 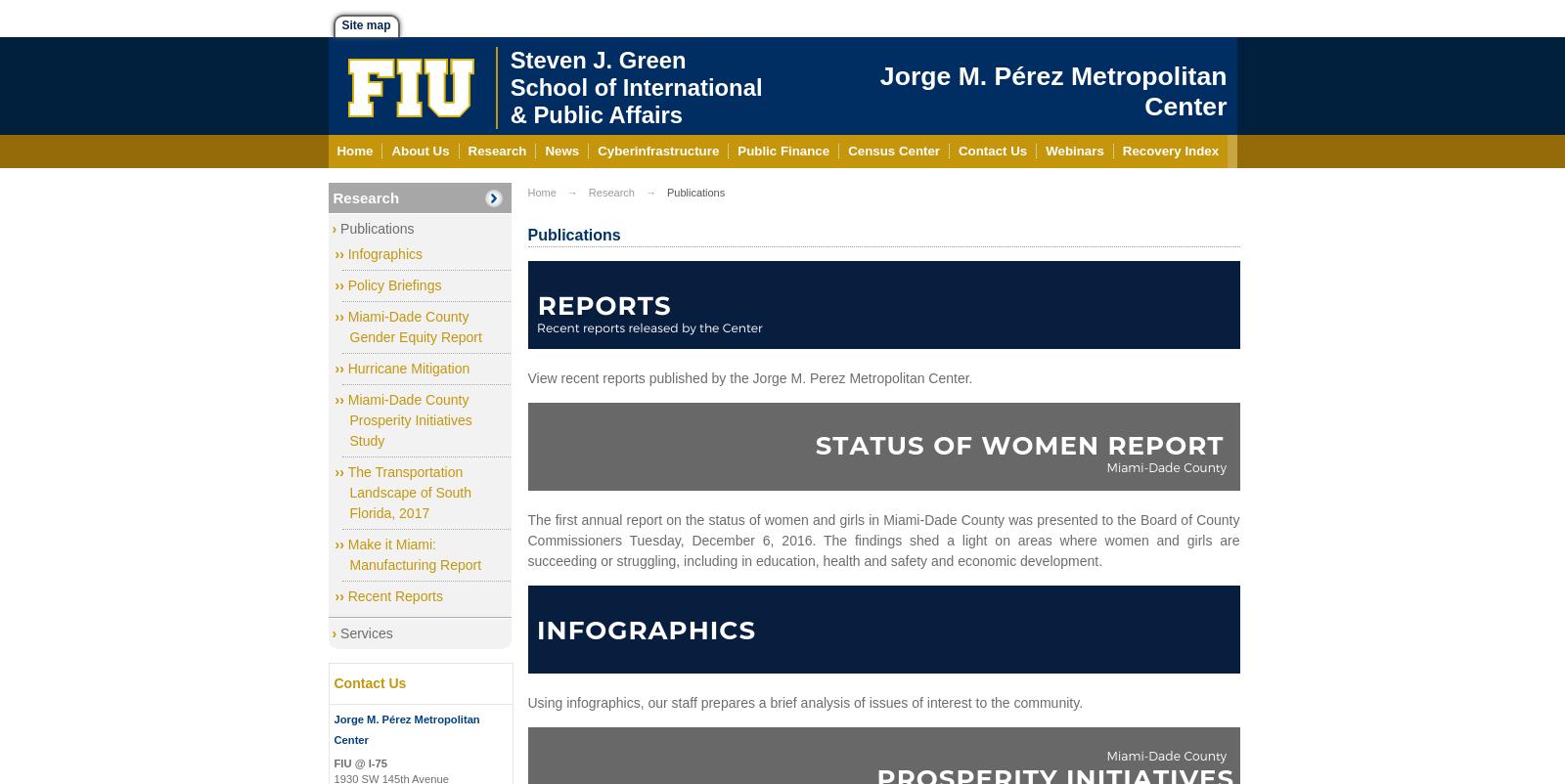 I want to click on 'Services', so click(x=366, y=633).